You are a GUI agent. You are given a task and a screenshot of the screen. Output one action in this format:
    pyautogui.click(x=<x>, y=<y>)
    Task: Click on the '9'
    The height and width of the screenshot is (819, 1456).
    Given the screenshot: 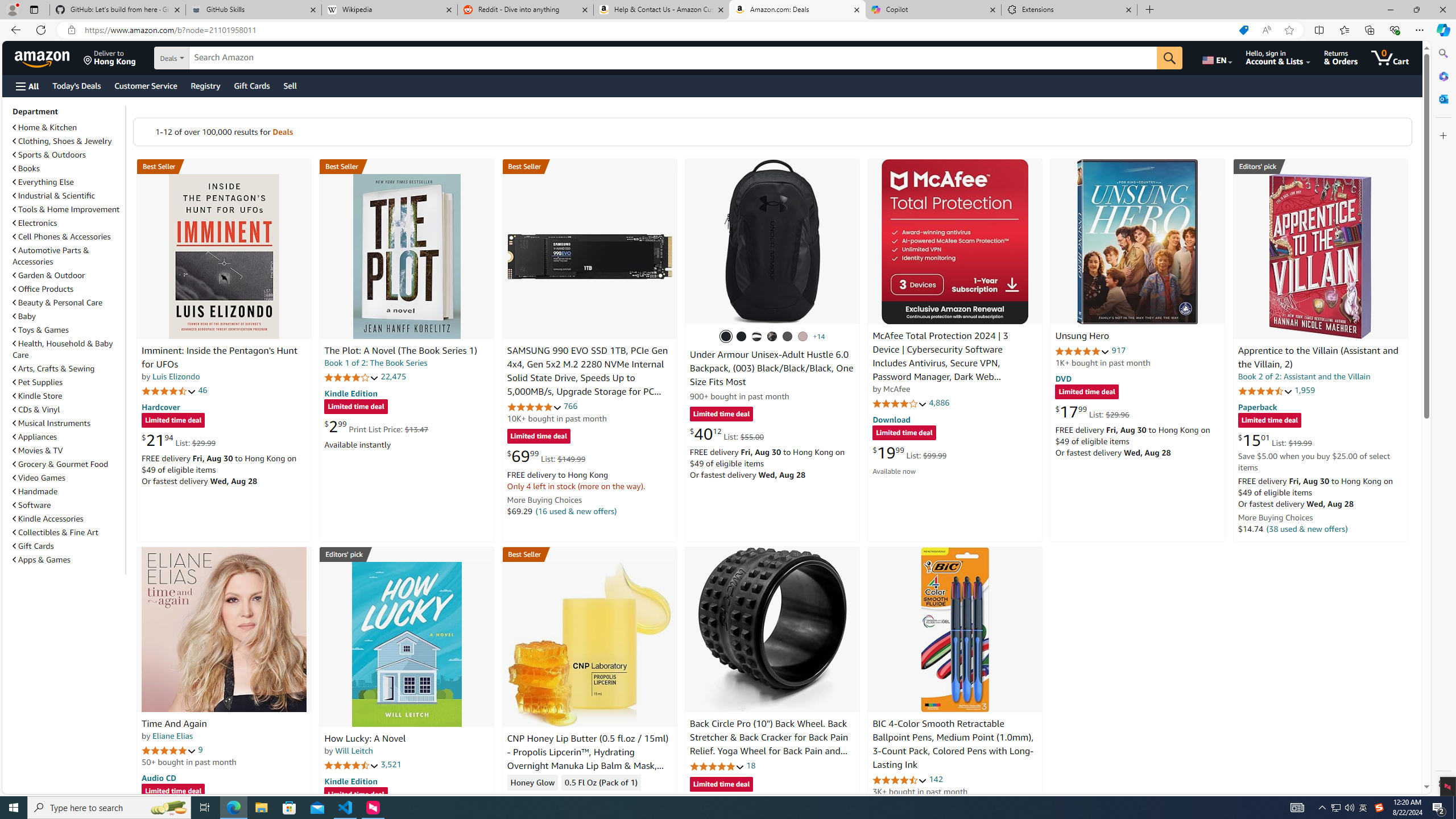 What is the action you would take?
    pyautogui.click(x=200, y=749)
    